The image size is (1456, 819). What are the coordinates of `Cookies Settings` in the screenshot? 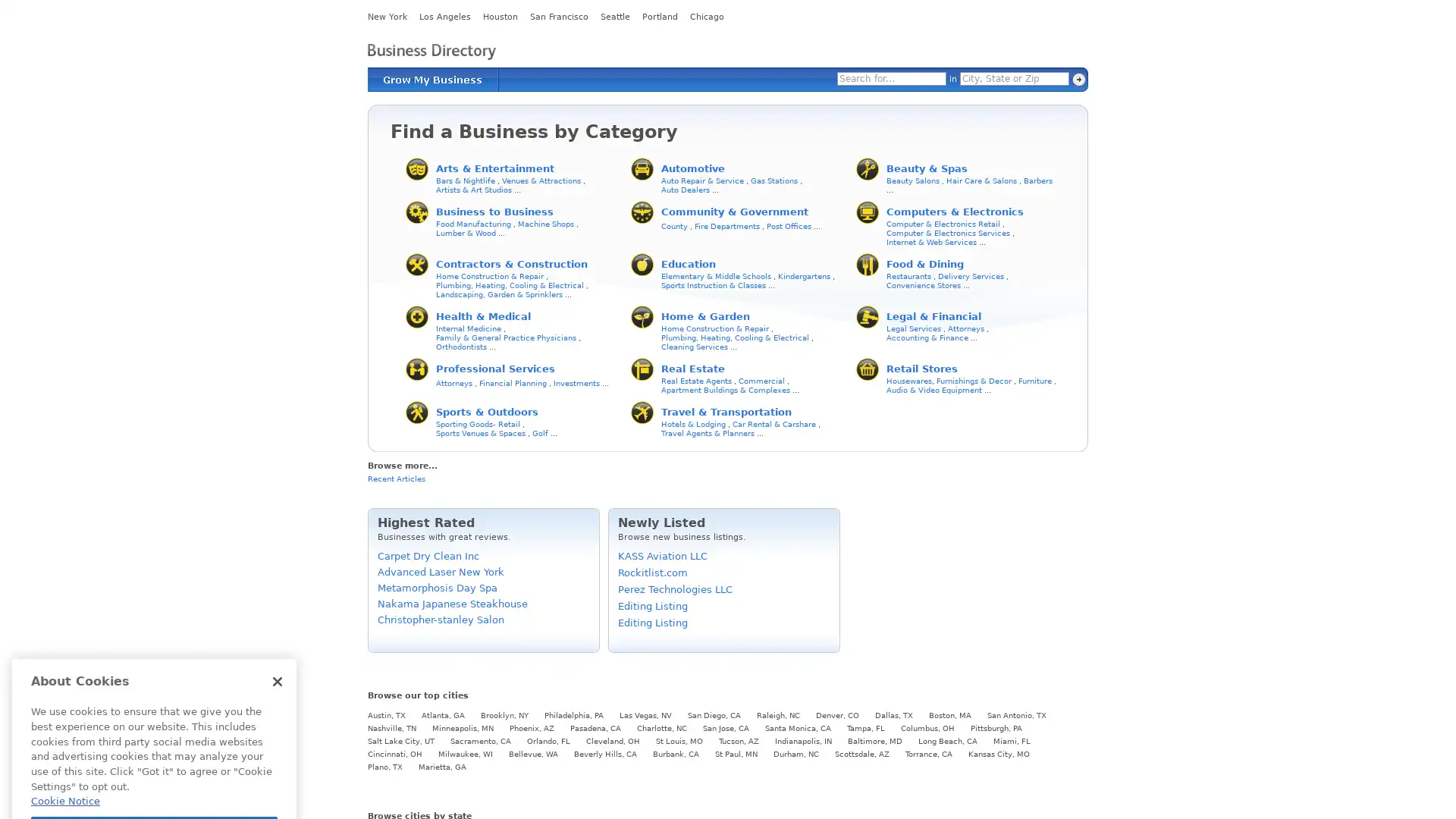 It's located at (154, 760).